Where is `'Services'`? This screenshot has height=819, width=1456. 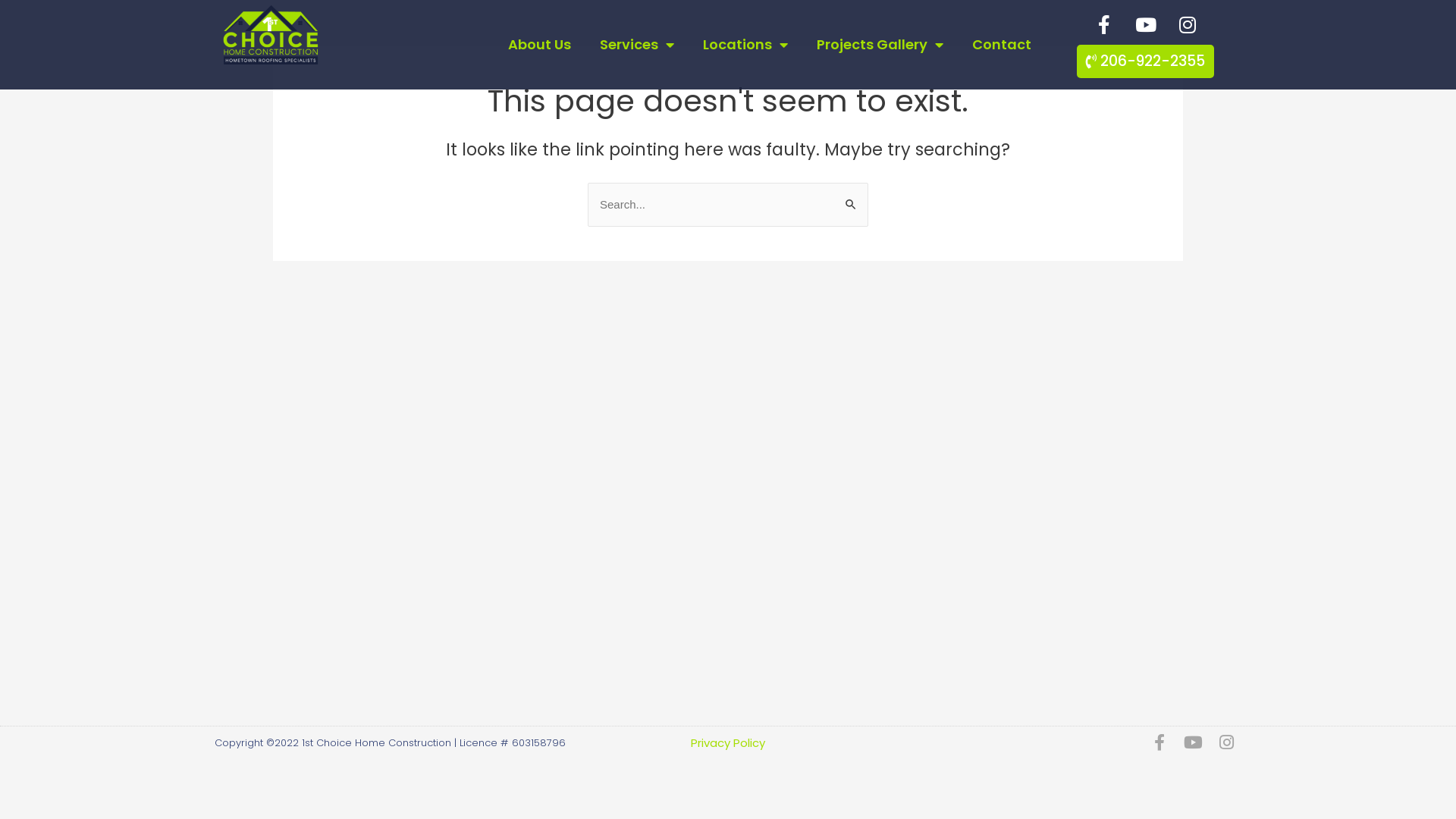
'Services' is located at coordinates (637, 43).